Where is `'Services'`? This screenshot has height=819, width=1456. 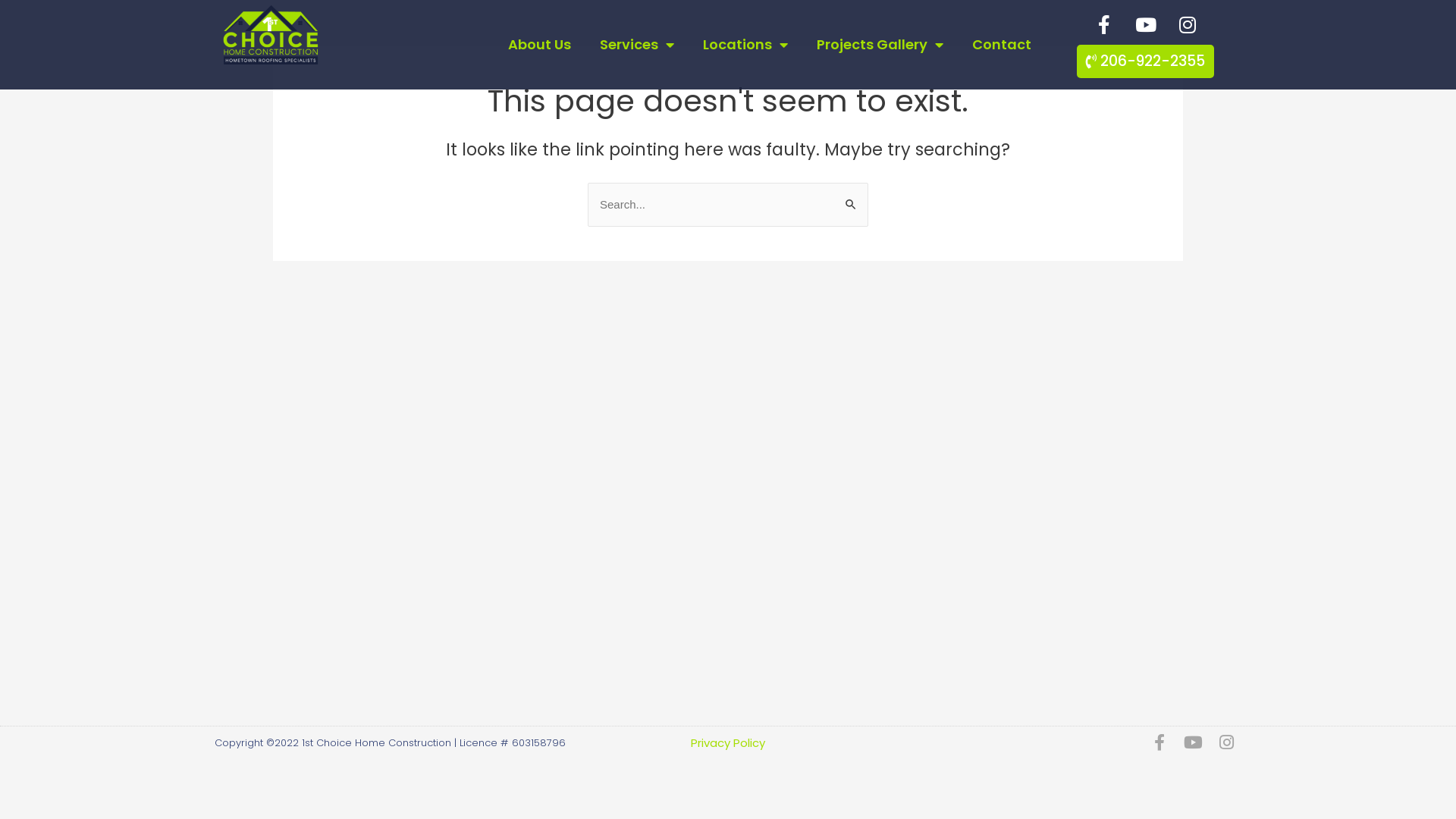
'Services' is located at coordinates (637, 43).